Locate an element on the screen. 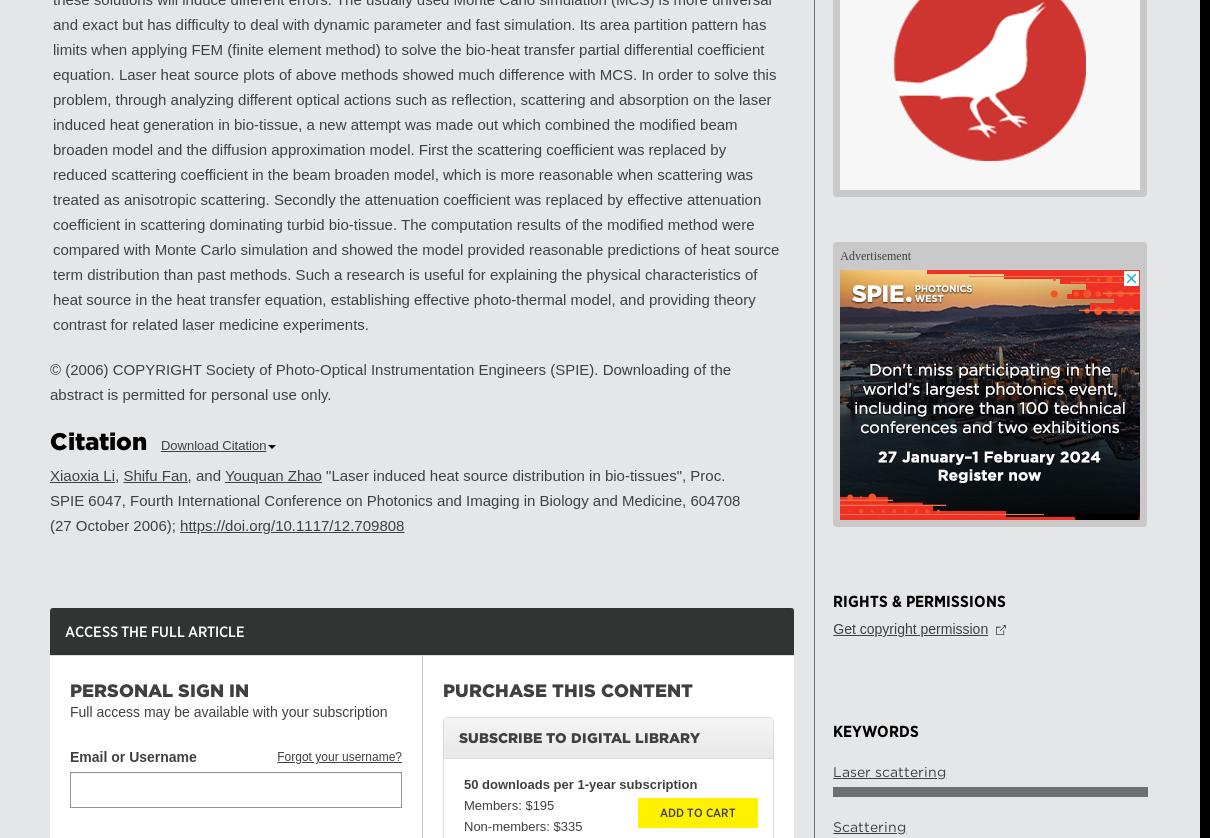 This screenshot has width=1210, height=838. 'ACCESS THE FULL ARTICLE' is located at coordinates (155, 630).